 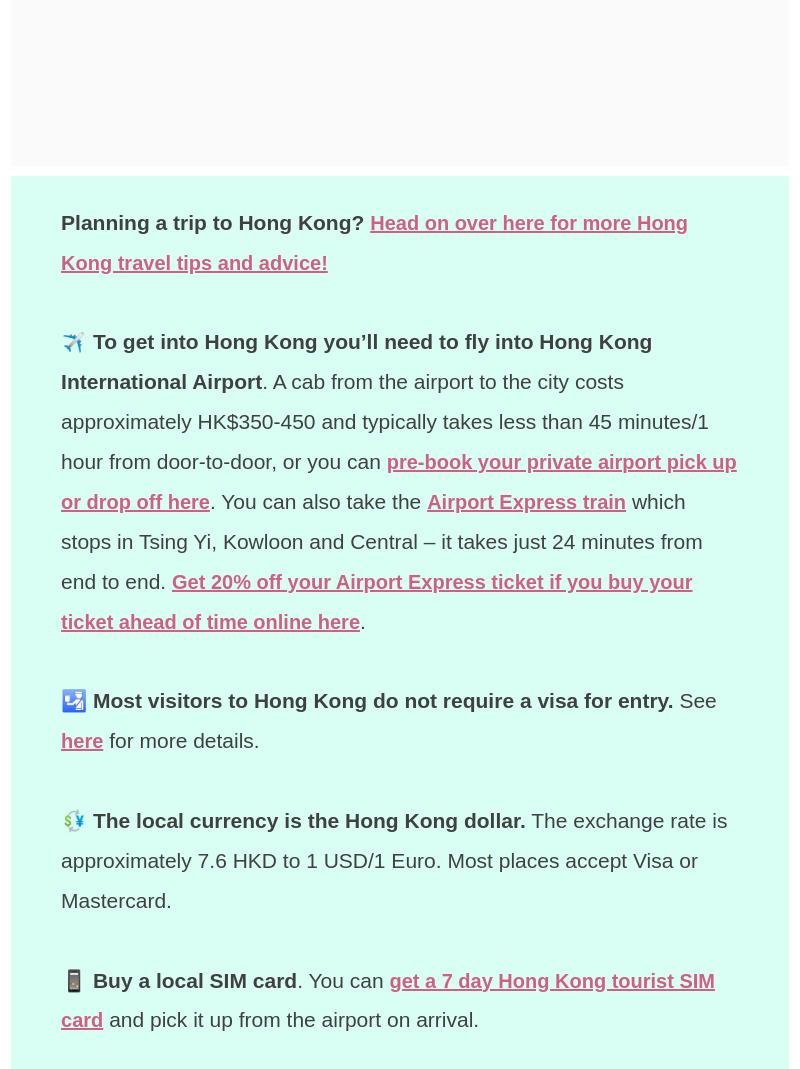 I want to click on 'The local currency is the Hong Kong dollar.', so click(x=307, y=819).